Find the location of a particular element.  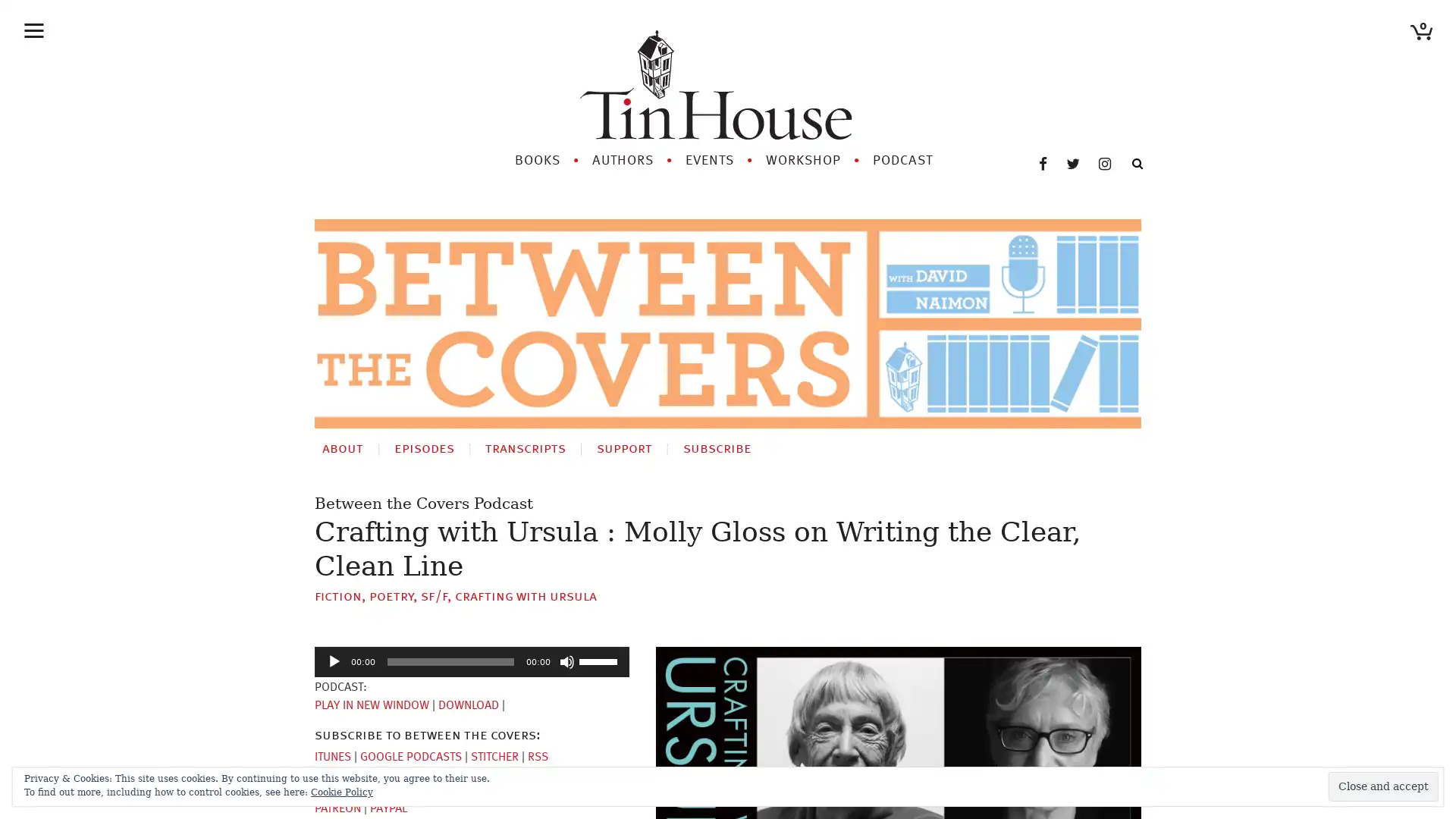

Close and accept is located at coordinates (1383, 786).